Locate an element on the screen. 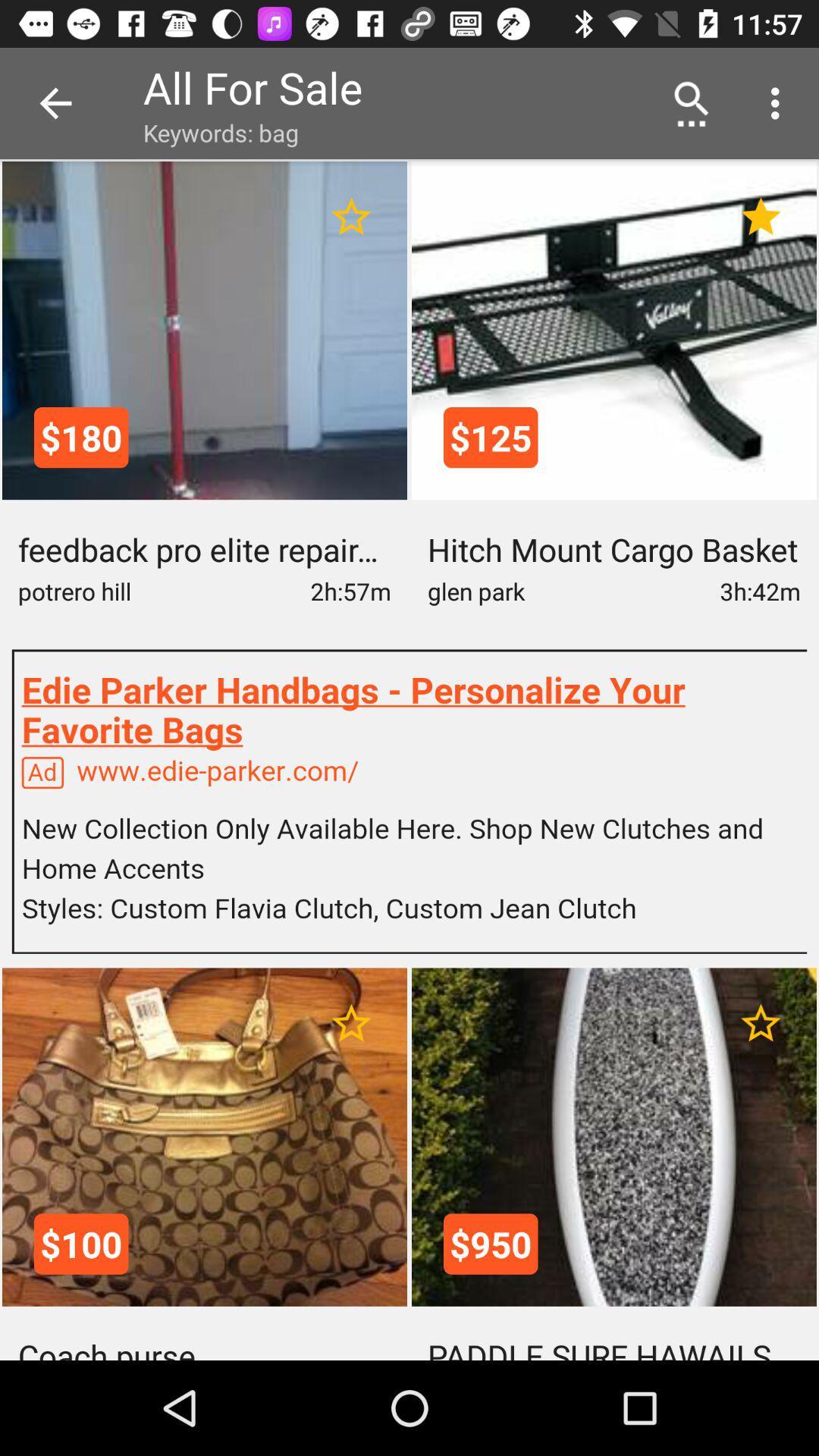 The image size is (819, 1456). the star symbol in the first pic from left is located at coordinates (351, 216).